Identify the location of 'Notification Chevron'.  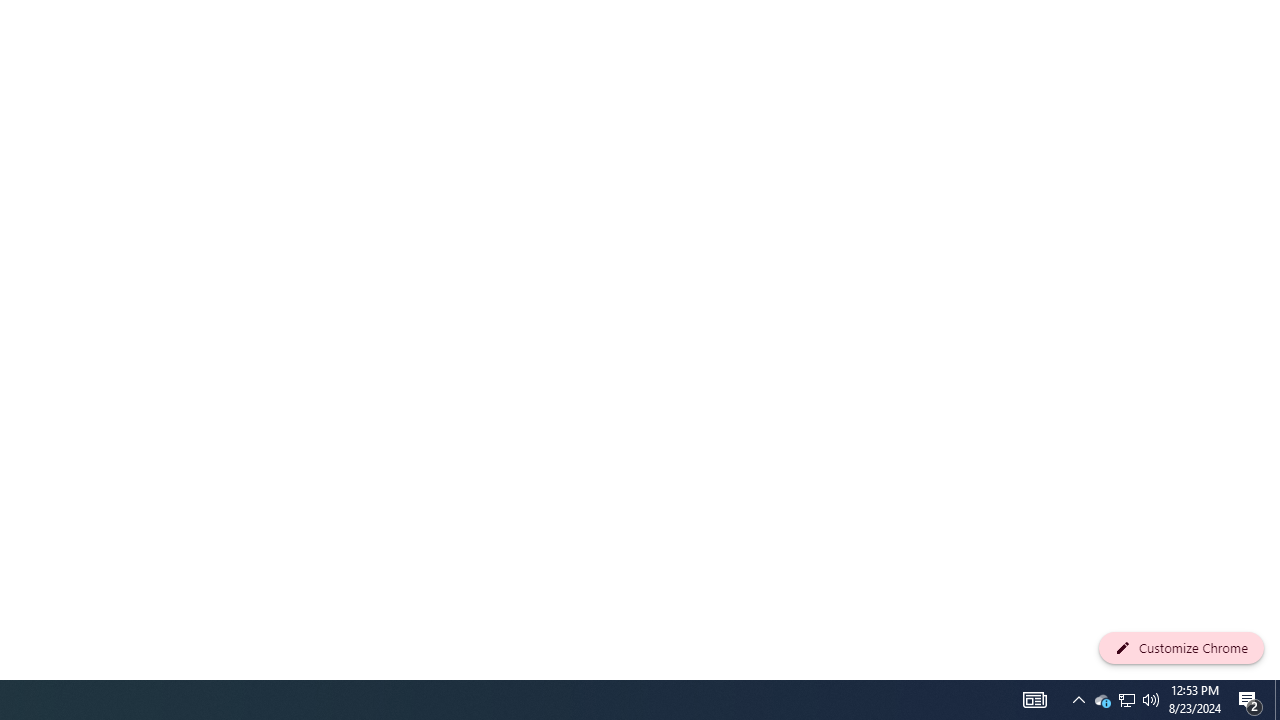
(1078, 698).